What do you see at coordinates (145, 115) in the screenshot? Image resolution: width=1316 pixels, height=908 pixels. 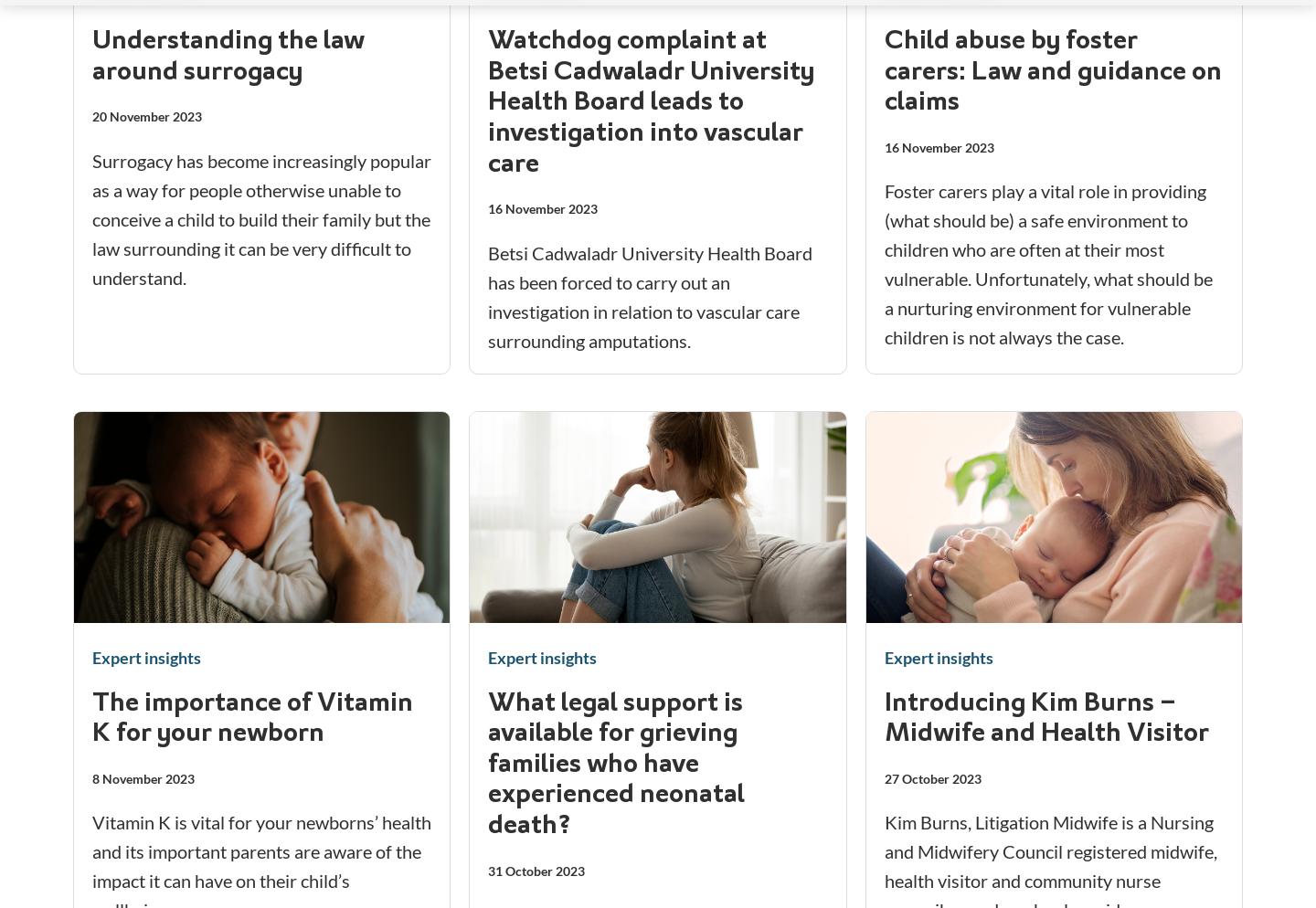 I see `'20 November 2023'` at bounding box center [145, 115].